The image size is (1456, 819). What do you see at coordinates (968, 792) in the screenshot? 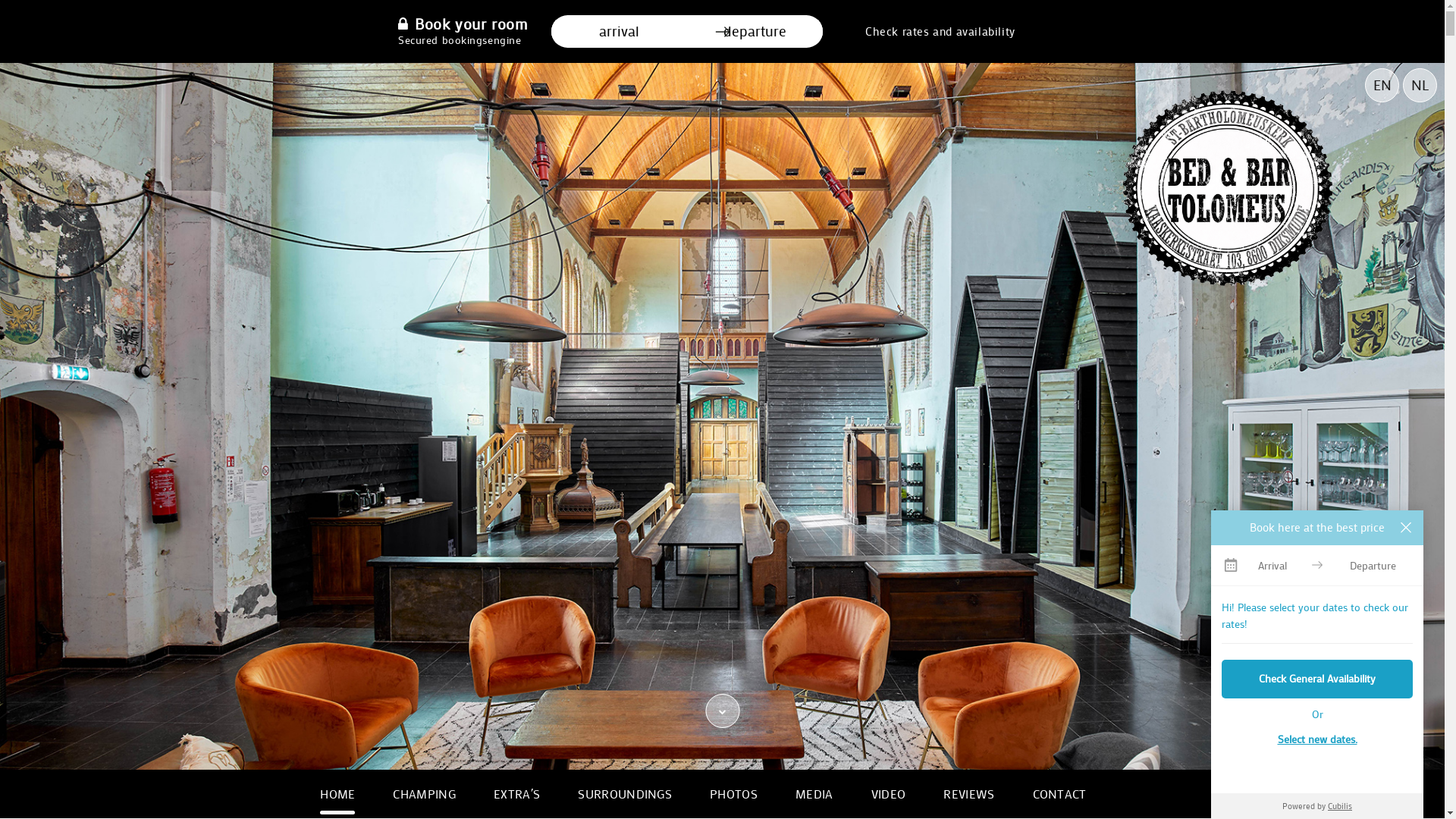
I see `'REVIEWS'` at bounding box center [968, 792].